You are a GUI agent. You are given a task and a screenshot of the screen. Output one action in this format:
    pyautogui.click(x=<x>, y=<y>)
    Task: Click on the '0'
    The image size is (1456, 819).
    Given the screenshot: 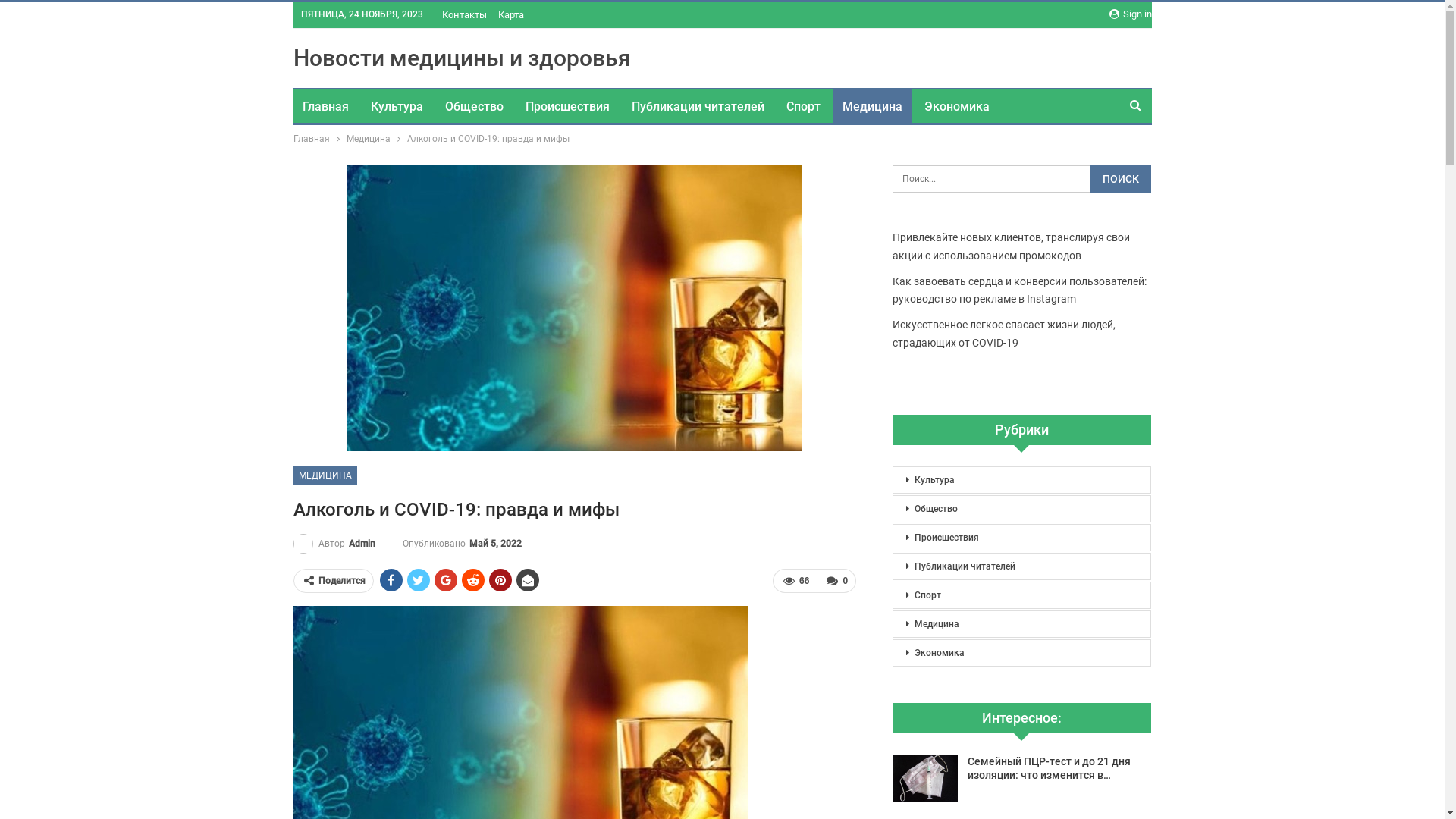 What is the action you would take?
    pyautogui.click(x=836, y=580)
    